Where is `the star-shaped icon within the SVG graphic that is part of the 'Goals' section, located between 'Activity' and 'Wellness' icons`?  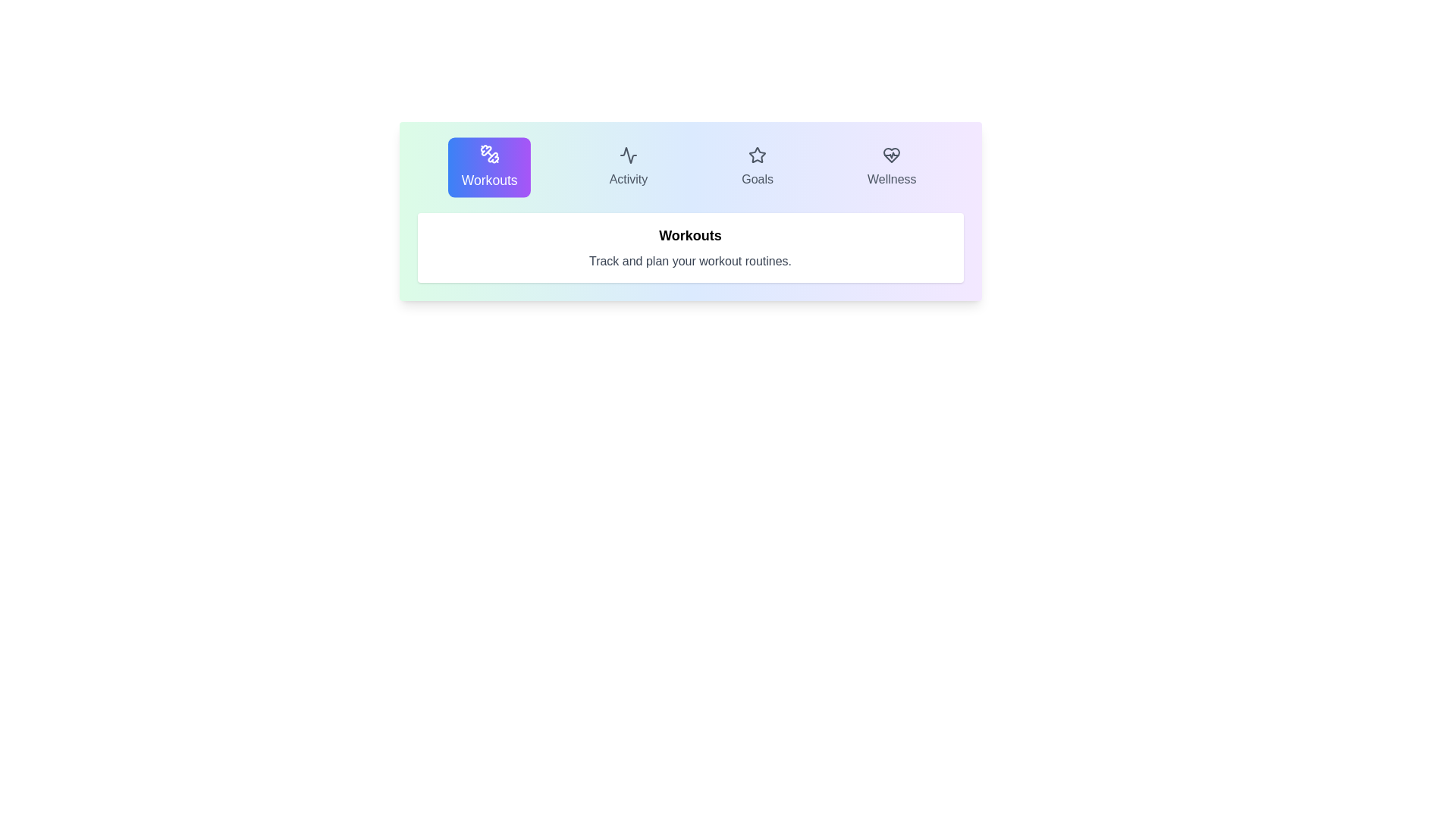 the star-shaped icon within the SVG graphic that is part of the 'Goals' section, located between 'Activity' and 'Wellness' icons is located at coordinates (758, 155).